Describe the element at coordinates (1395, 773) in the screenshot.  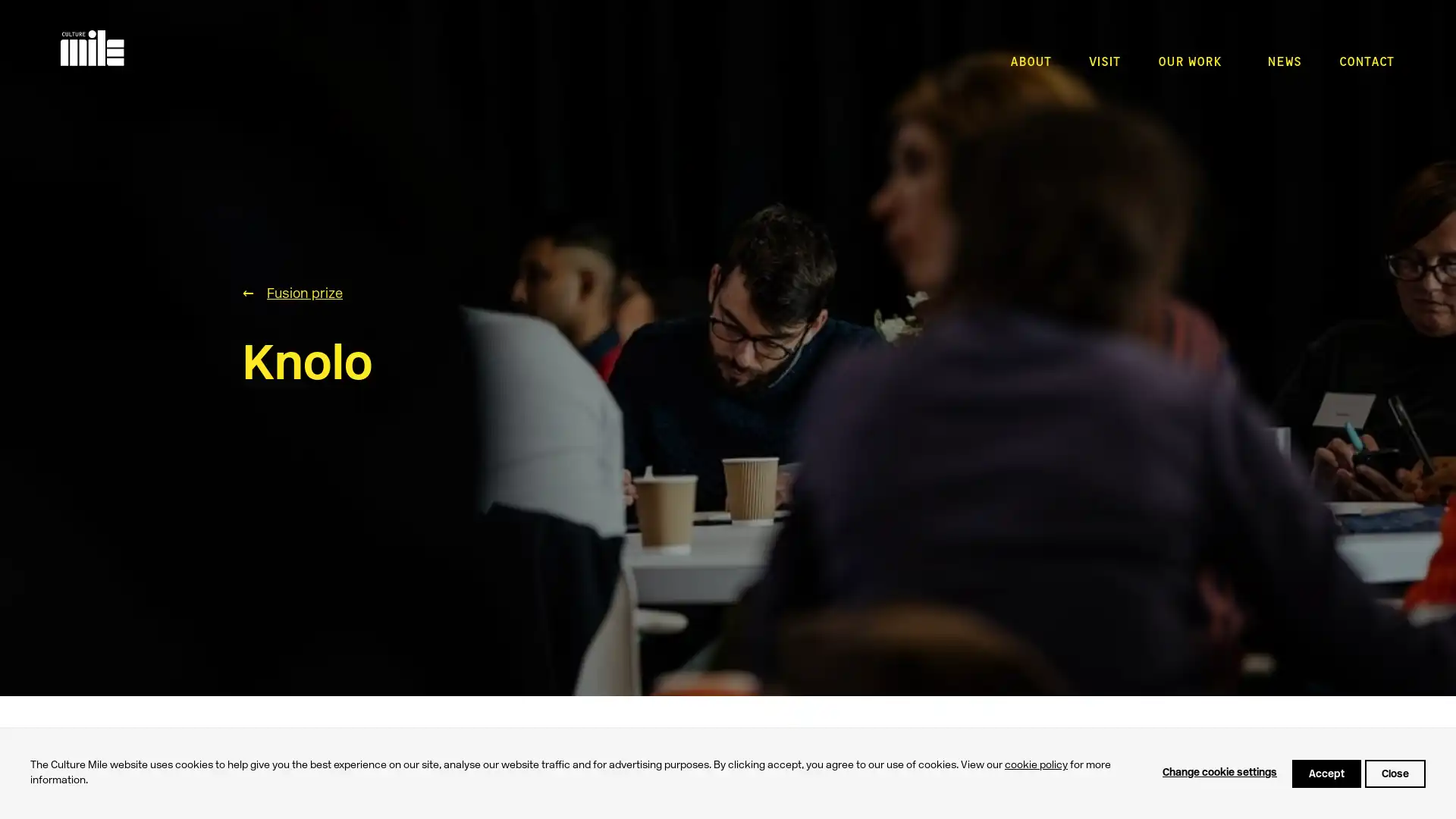
I see `Close` at that location.